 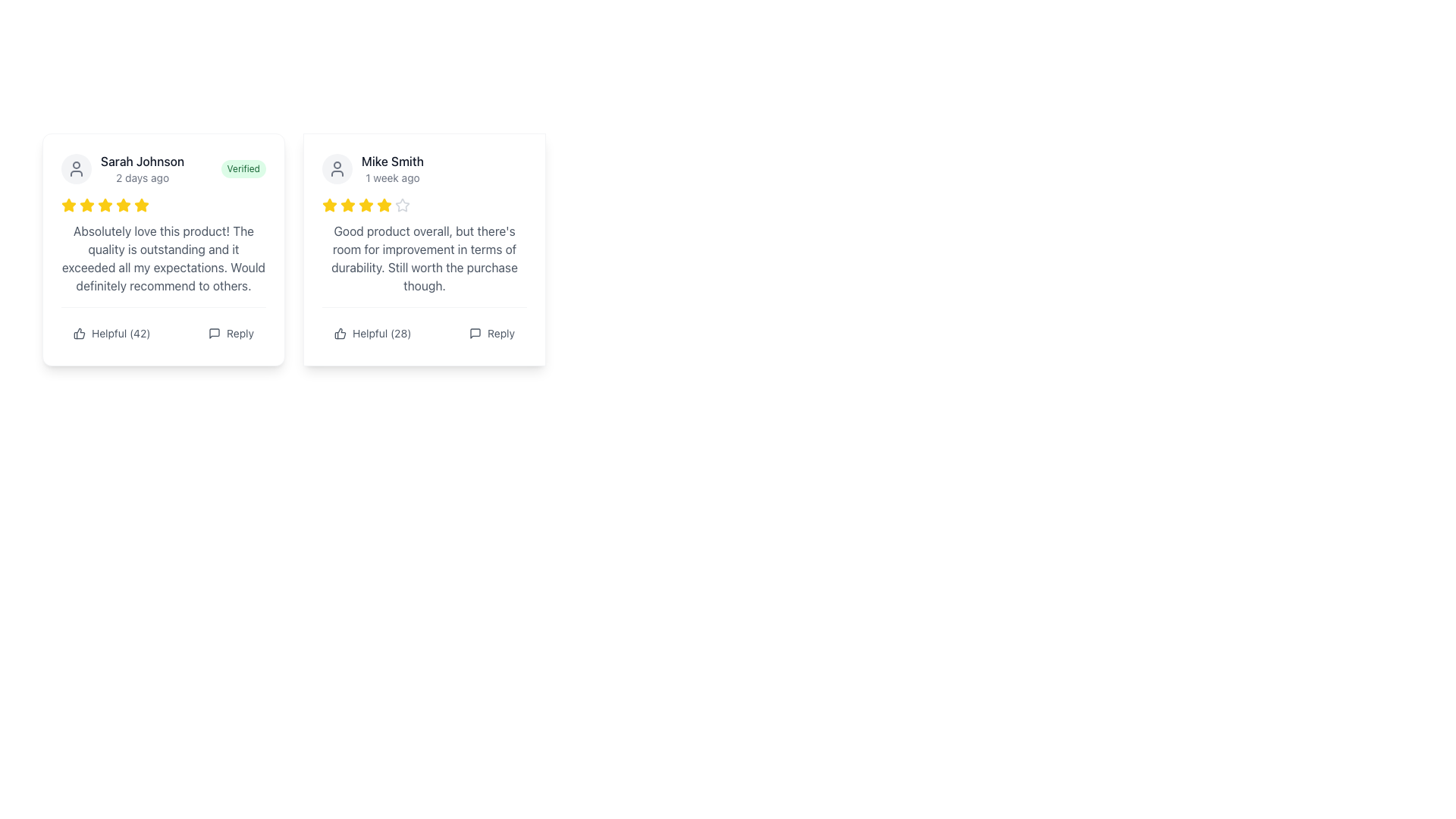 What do you see at coordinates (142, 205) in the screenshot?
I see `the fourth star in the five-star rating system under the user review heading 'Sarah Johnson' to emphasize it` at bounding box center [142, 205].